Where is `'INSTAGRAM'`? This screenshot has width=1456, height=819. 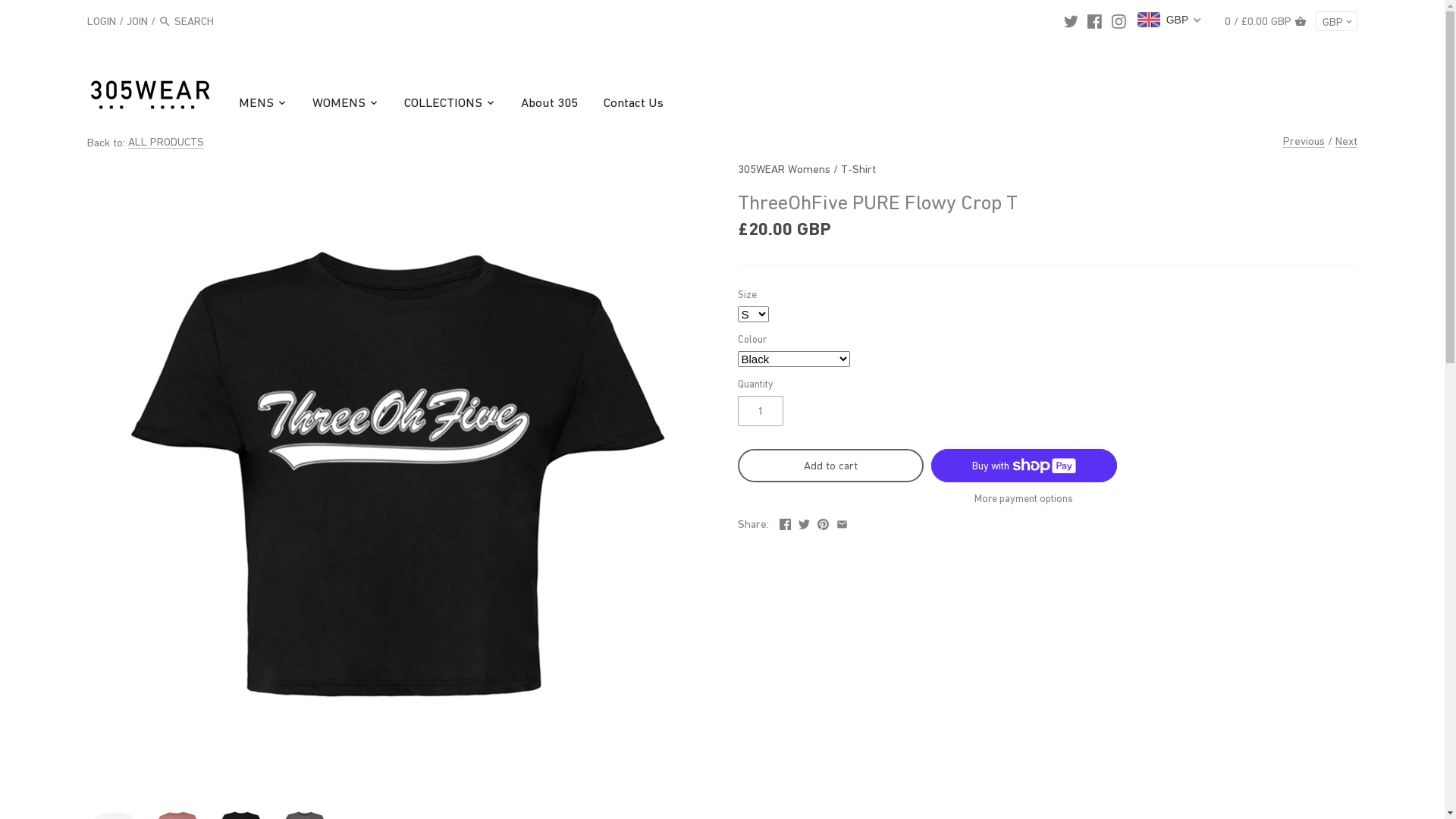
'INSTAGRAM' is located at coordinates (1111, 20).